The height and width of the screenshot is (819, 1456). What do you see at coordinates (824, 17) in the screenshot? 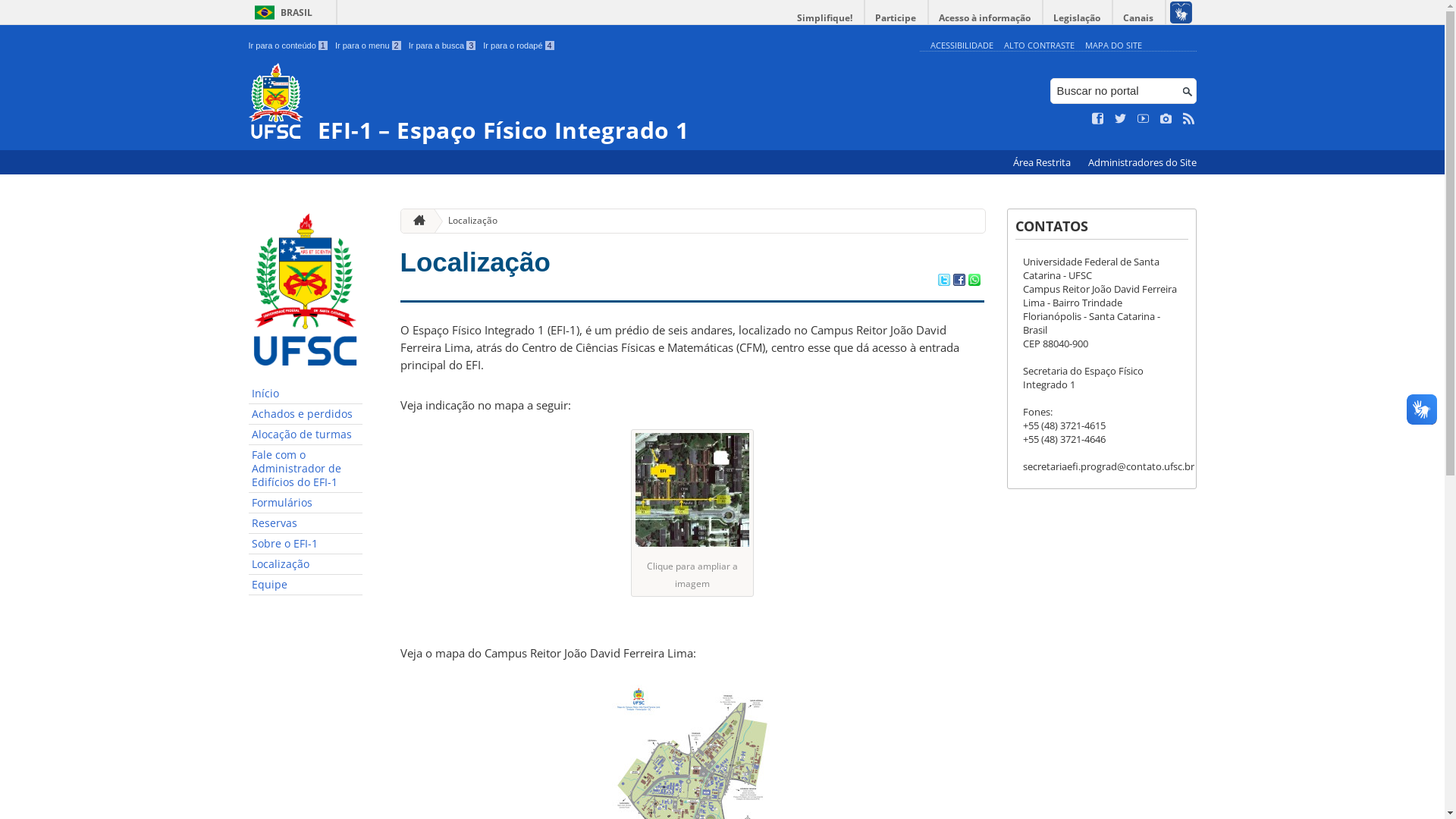
I see `'Simplifique!'` at bounding box center [824, 17].